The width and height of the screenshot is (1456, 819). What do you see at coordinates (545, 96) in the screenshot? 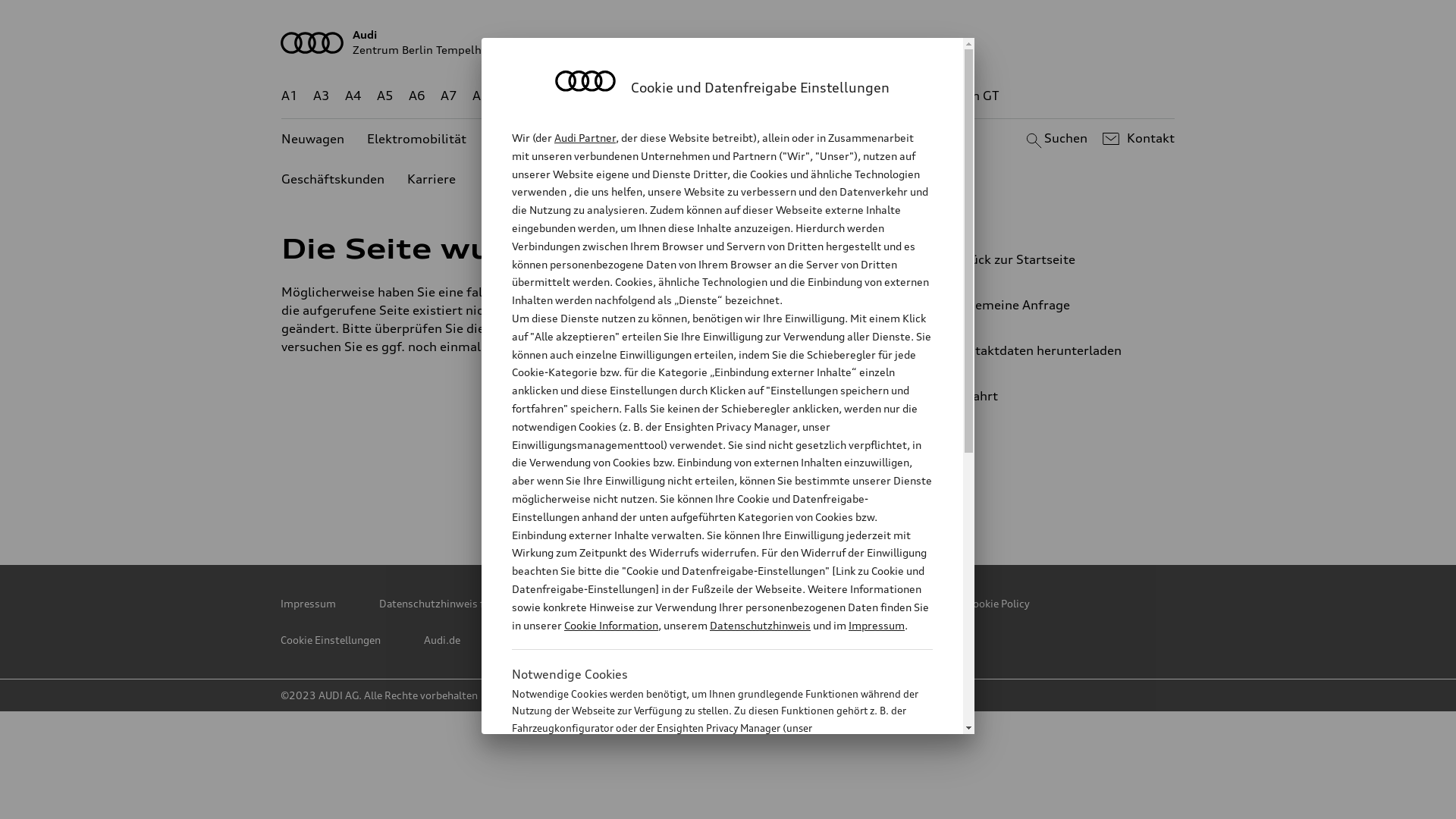
I see `'Q3'` at bounding box center [545, 96].